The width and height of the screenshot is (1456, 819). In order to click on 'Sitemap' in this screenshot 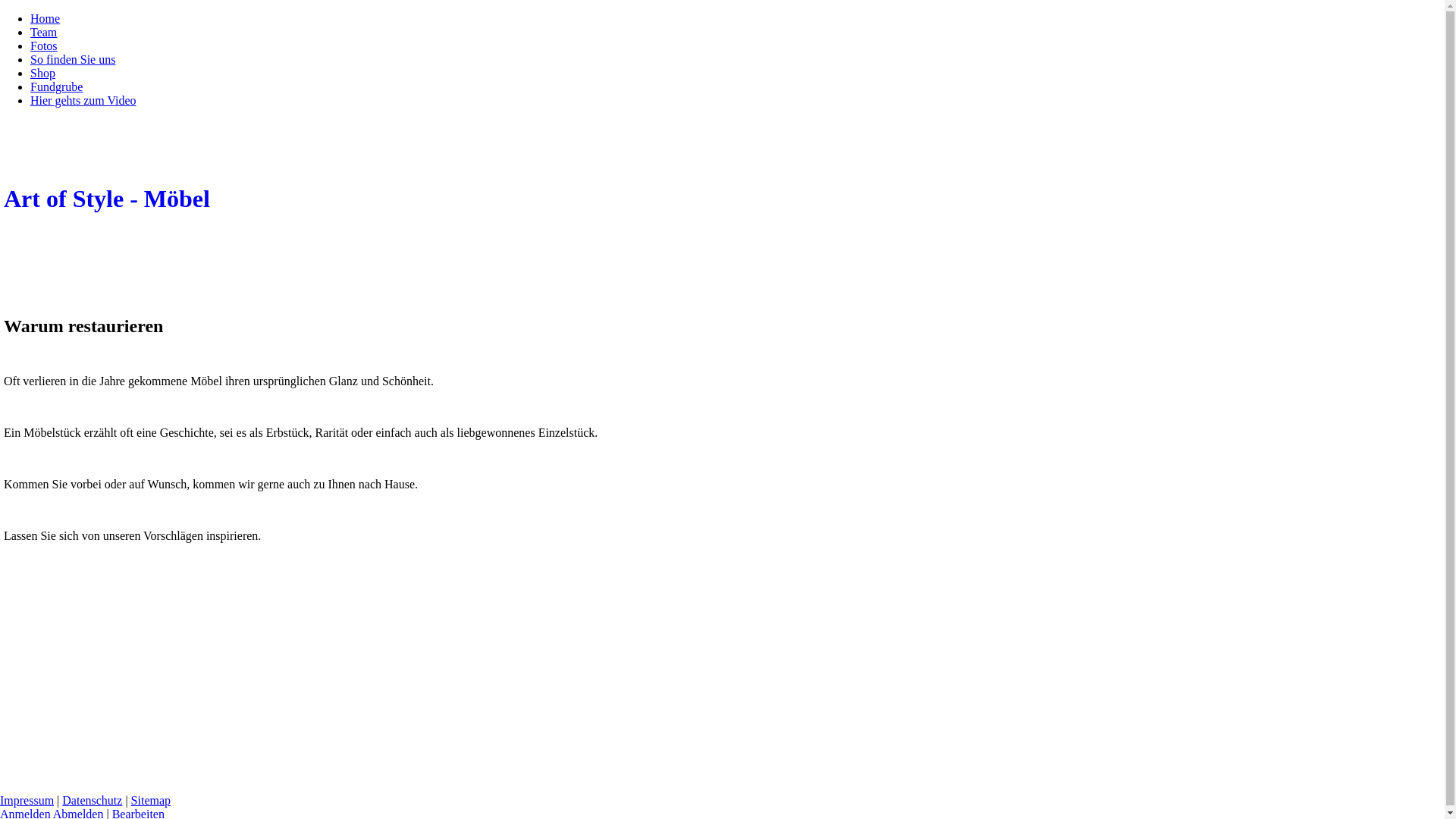, I will do `click(150, 799)`.